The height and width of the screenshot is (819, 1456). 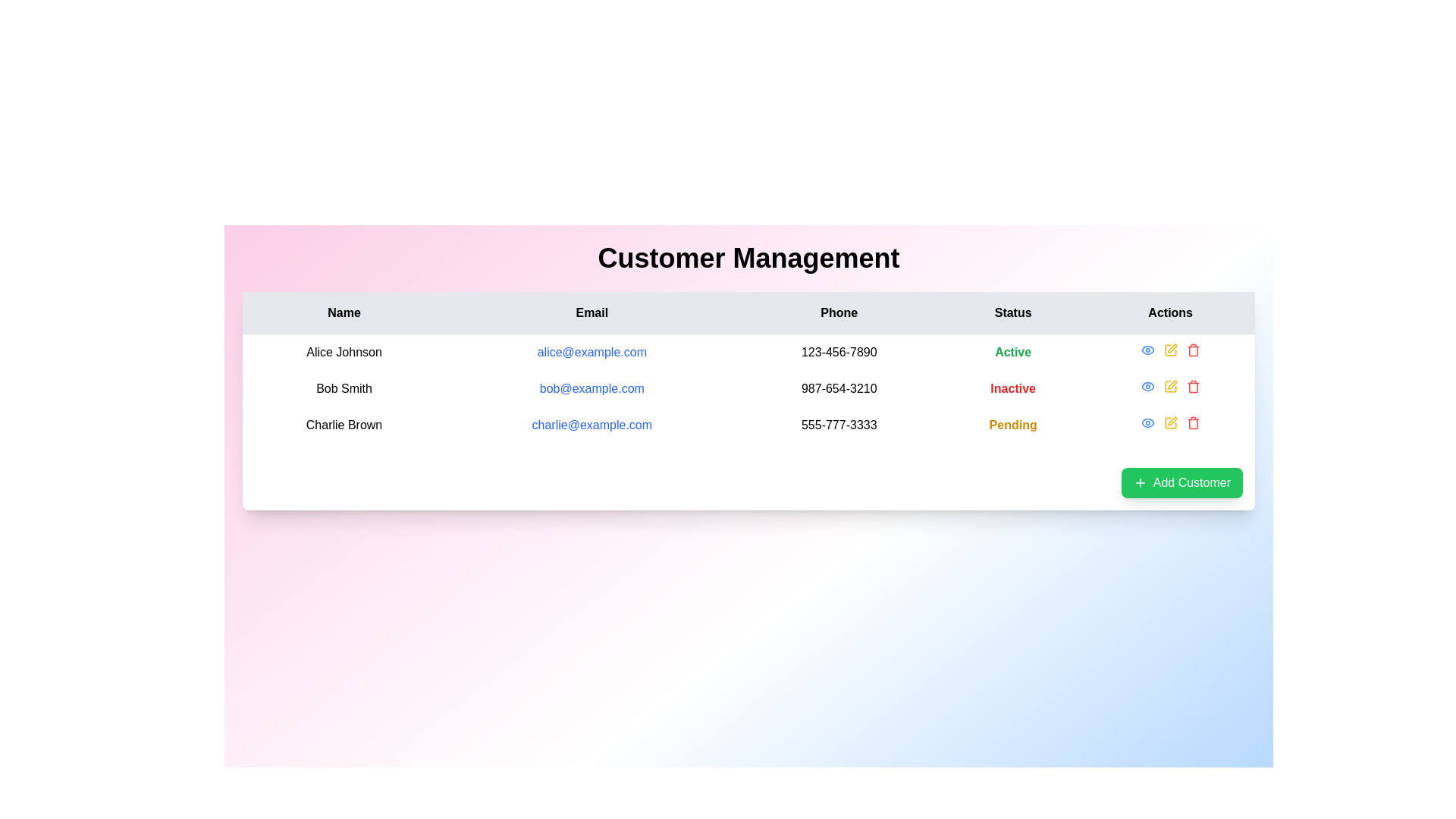 What do you see at coordinates (838, 388) in the screenshot?
I see `the static text element displaying the phone number '987-654-3210' in the 'Phone' column for 'Bob Smith', located between the email and status fields` at bounding box center [838, 388].